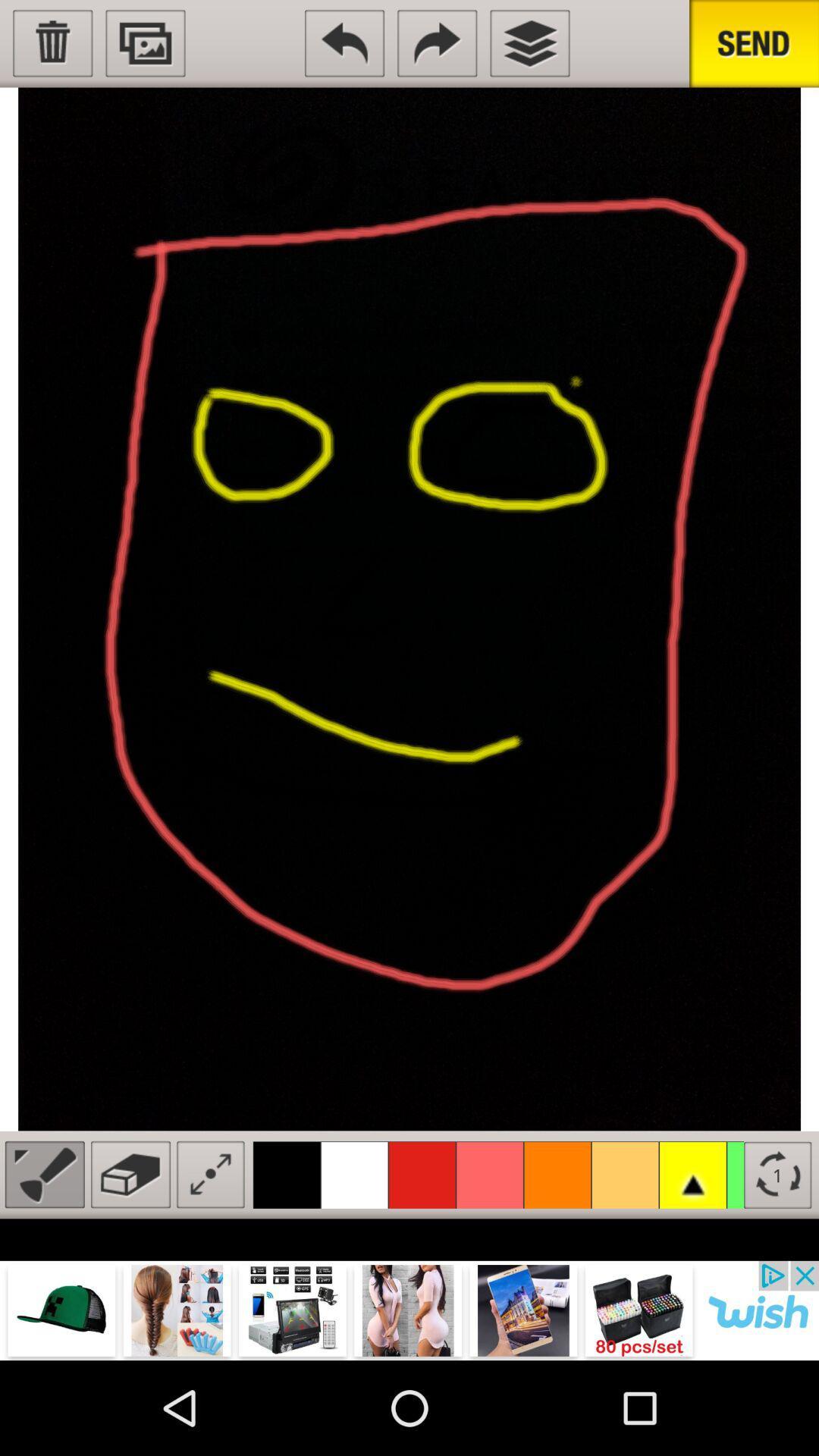 Image resolution: width=819 pixels, height=1456 pixels. Describe the element at coordinates (437, 43) in the screenshot. I see `the redo icon` at that location.